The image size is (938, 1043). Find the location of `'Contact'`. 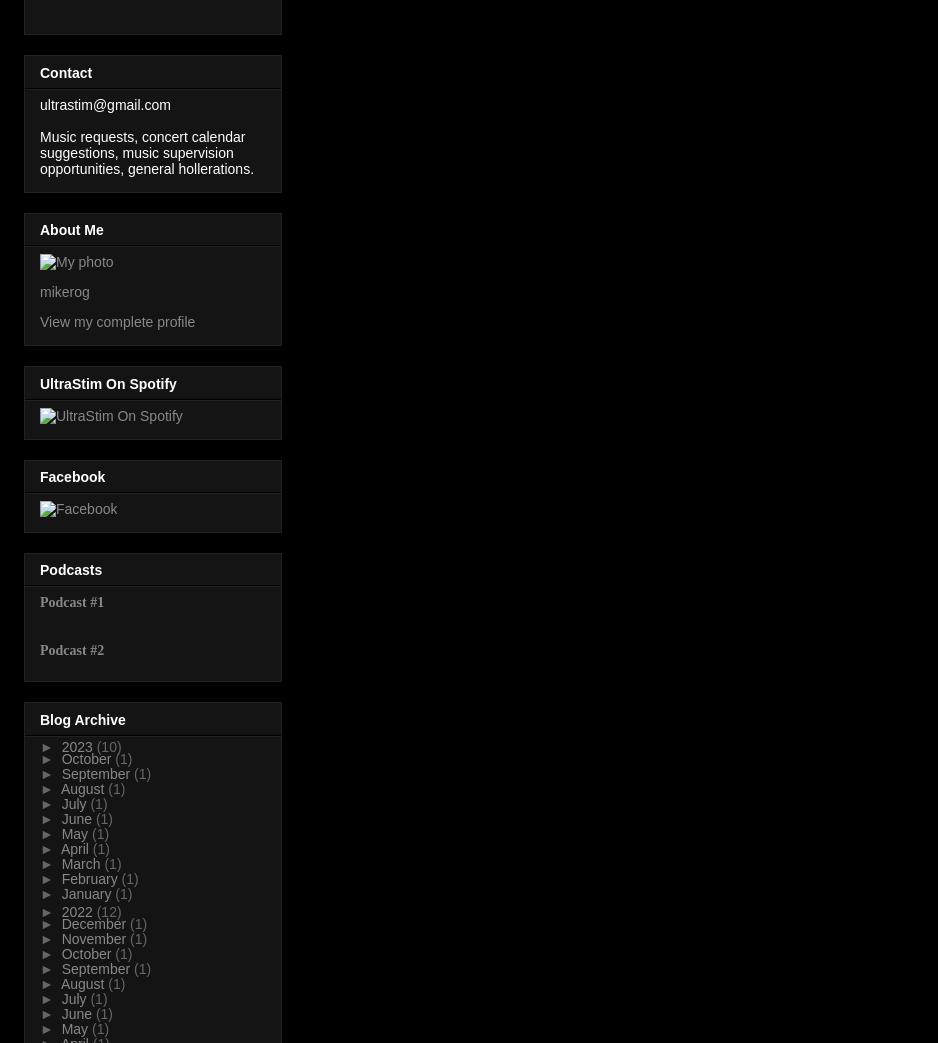

'Contact' is located at coordinates (65, 70).